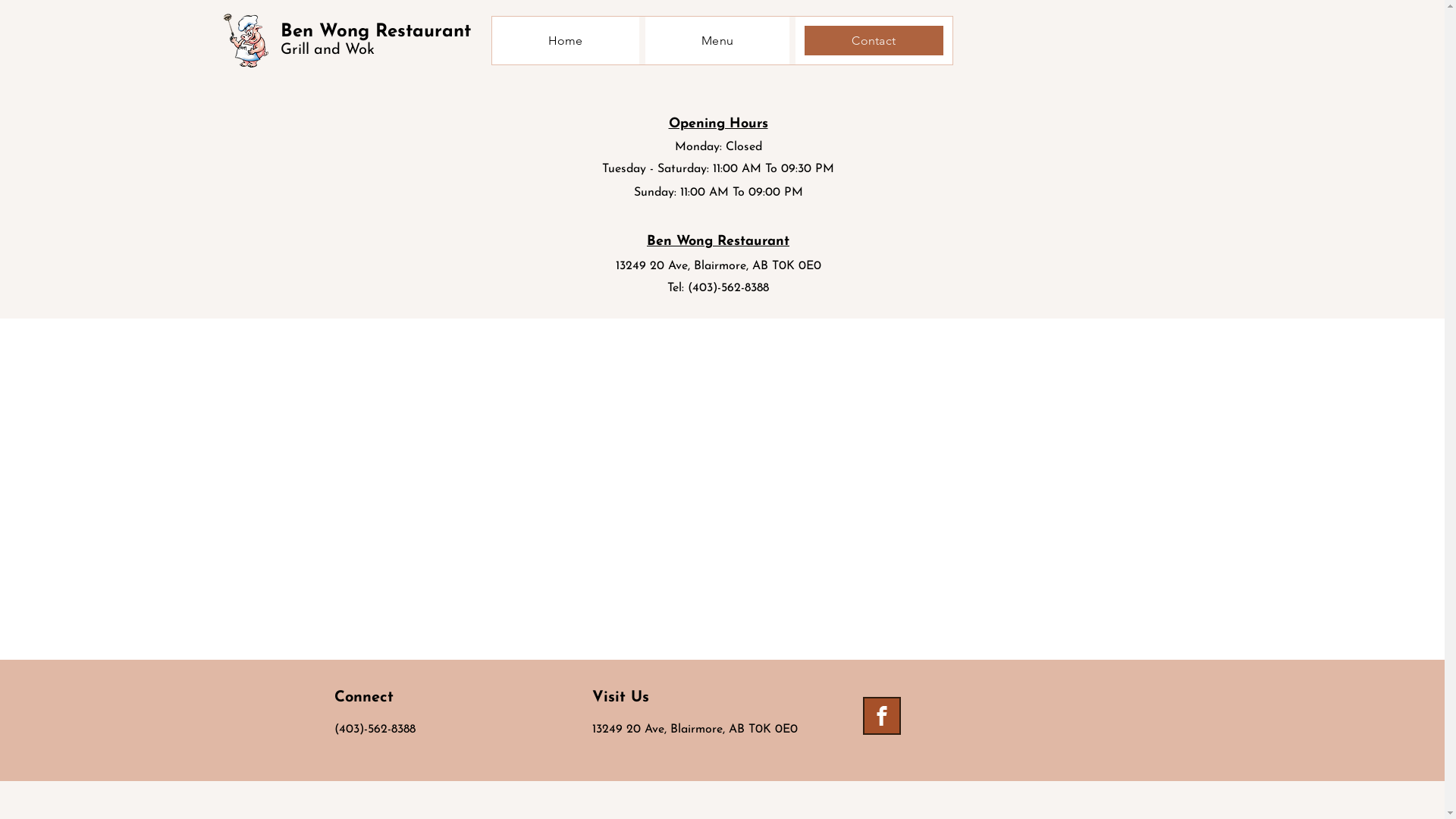 The width and height of the screenshot is (1456, 819). What do you see at coordinates (874, 39) in the screenshot?
I see `'Contact'` at bounding box center [874, 39].